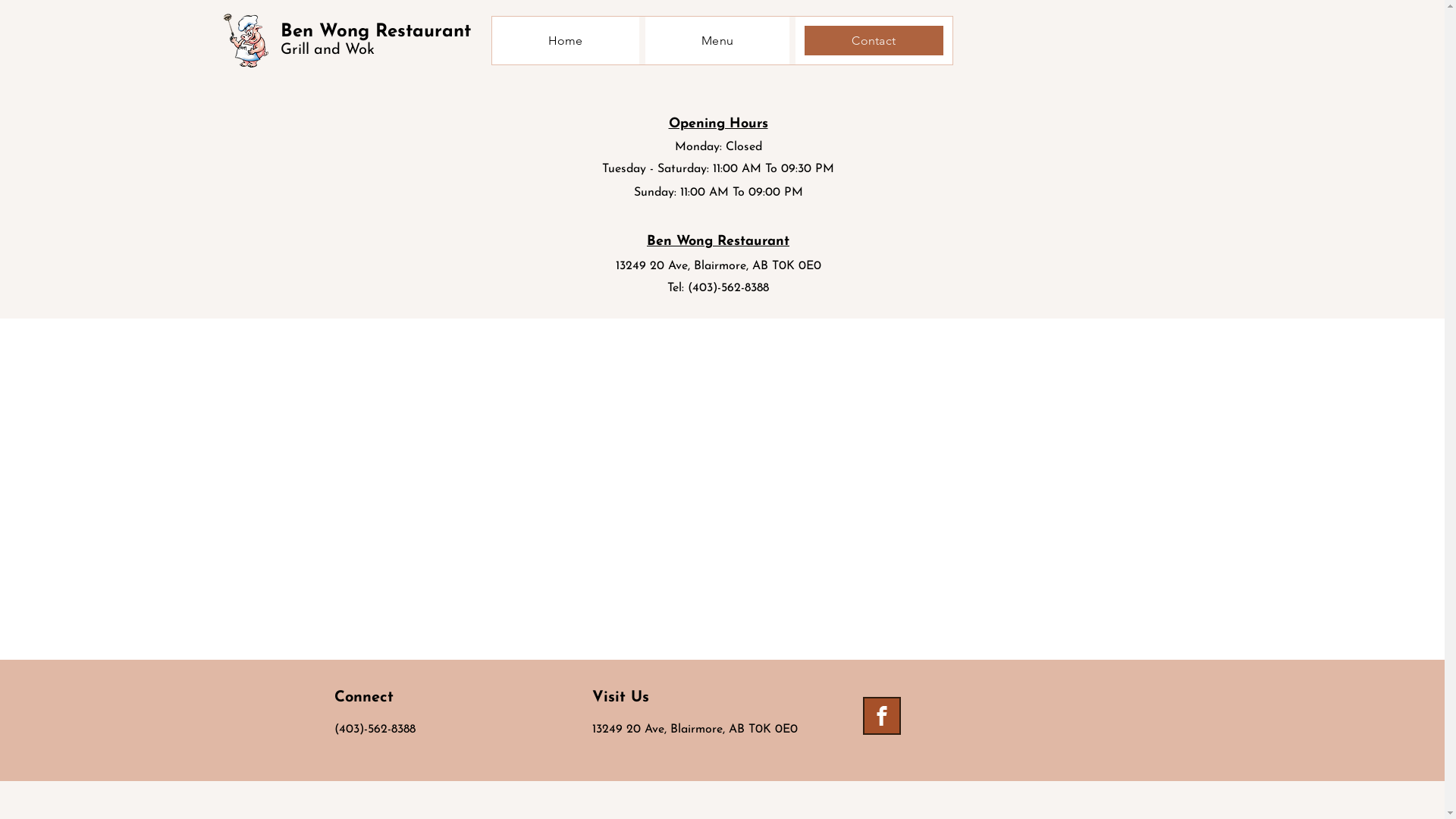 The width and height of the screenshot is (1456, 819). What do you see at coordinates (874, 39) in the screenshot?
I see `'Contact'` at bounding box center [874, 39].